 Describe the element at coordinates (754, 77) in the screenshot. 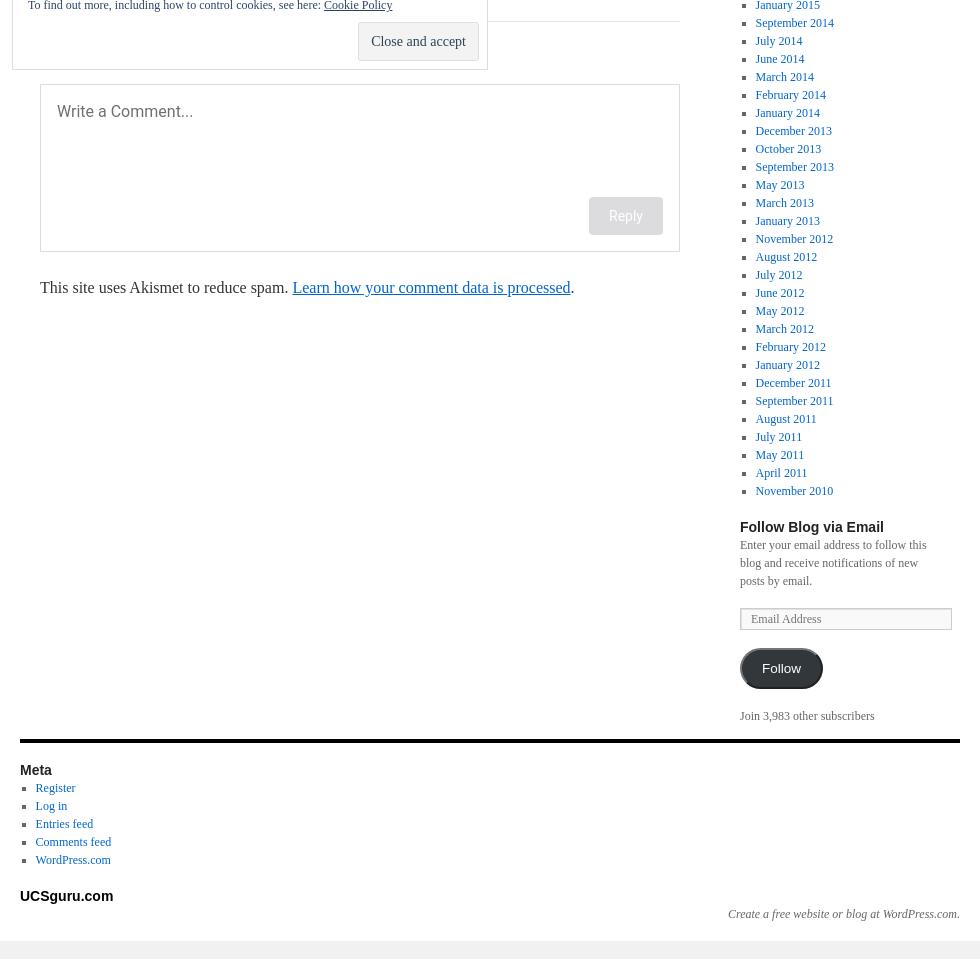

I see `'March 2014'` at that location.